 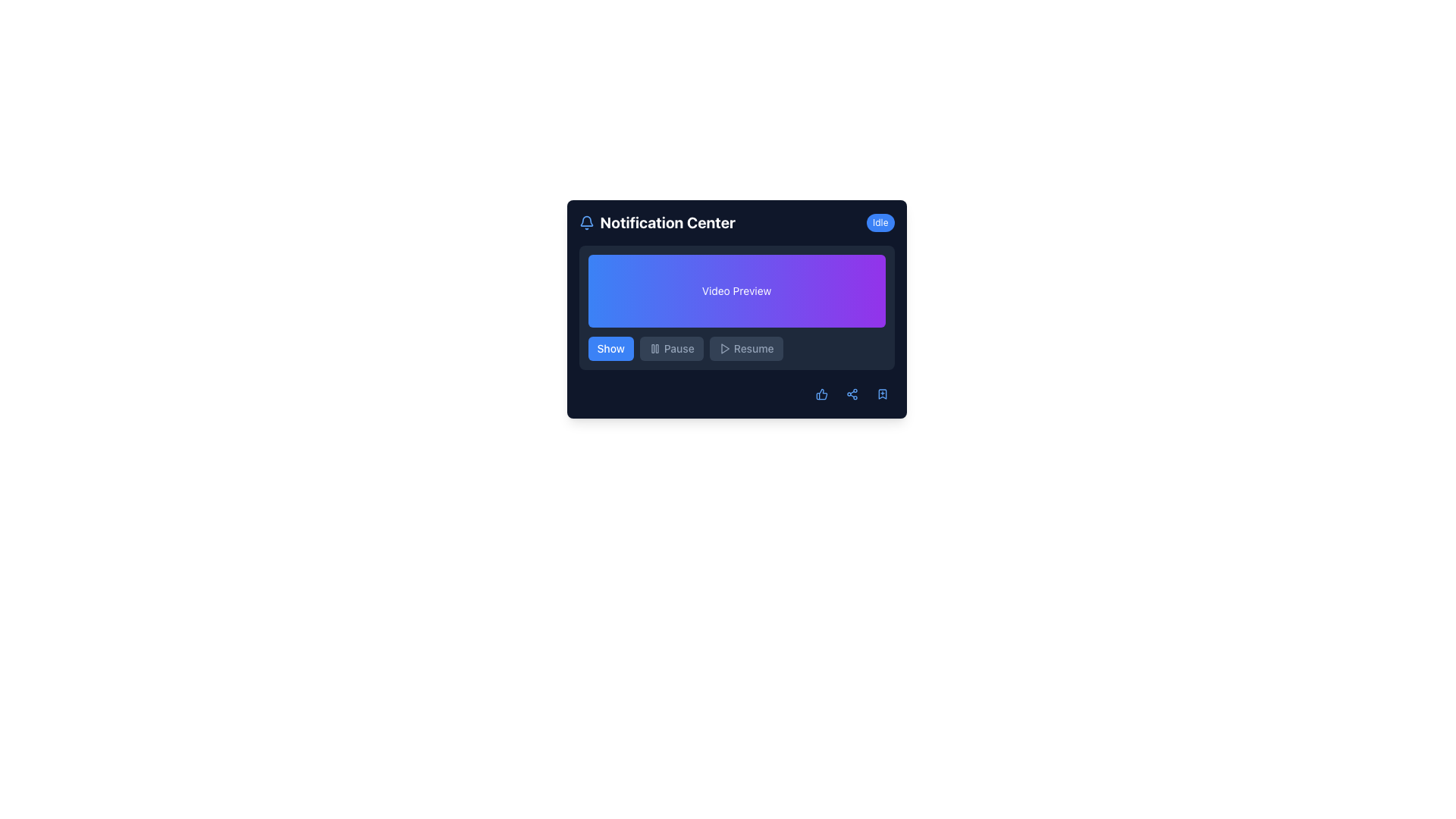 What do you see at coordinates (882, 394) in the screenshot?
I see `the bookmark button located at the bottom-right corner of the panel` at bounding box center [882, 394].